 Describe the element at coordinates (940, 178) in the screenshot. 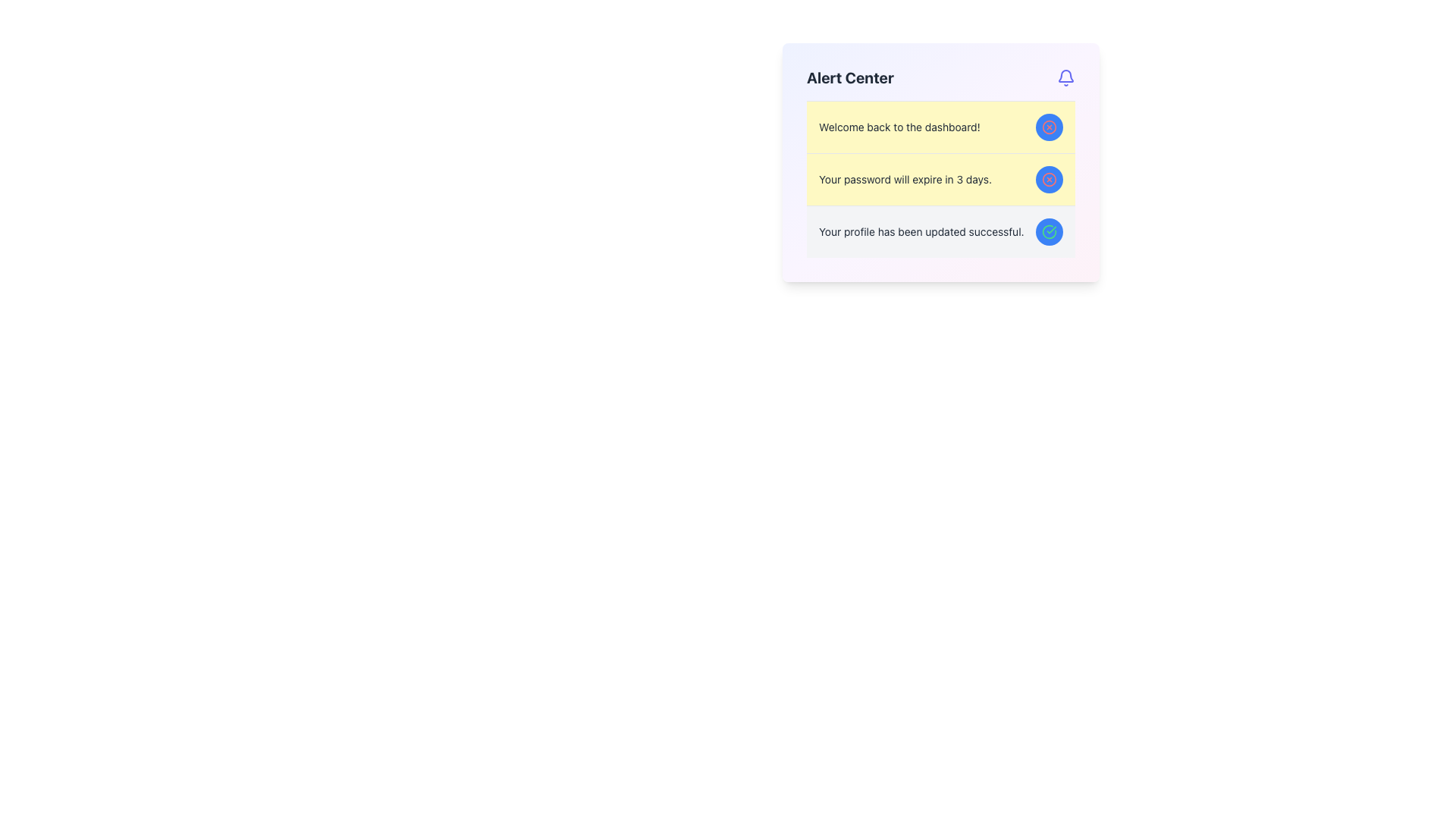

I see `the notification message box with a pale yellow background that states 'Your password will expire in 3 days.'` at that location.